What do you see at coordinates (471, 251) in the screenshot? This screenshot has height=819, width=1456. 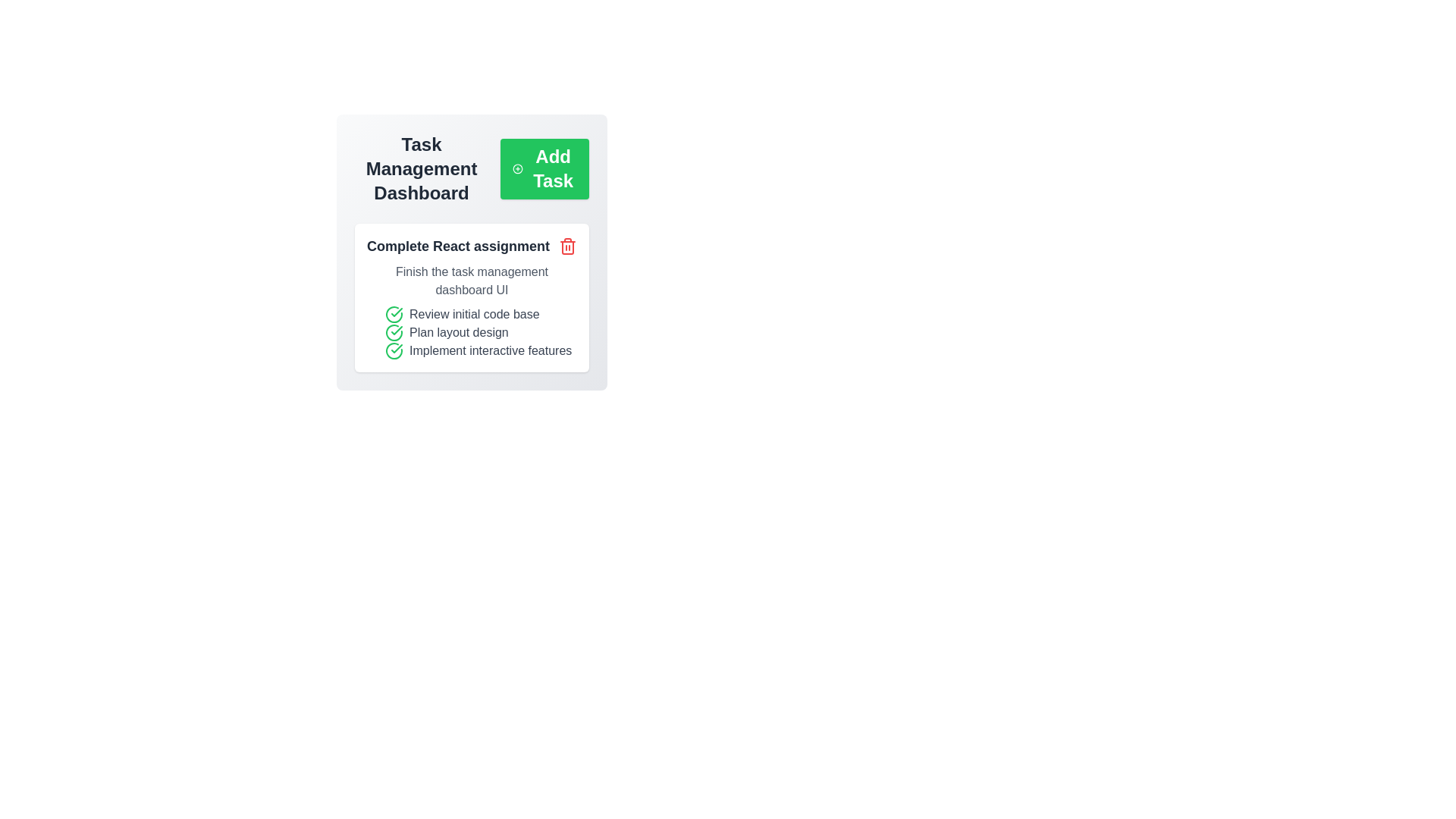 I see `to select the Task Card Panel located centrally in the interface, which displays task details, a delete option, and status information` at bounding box center [471, 251].